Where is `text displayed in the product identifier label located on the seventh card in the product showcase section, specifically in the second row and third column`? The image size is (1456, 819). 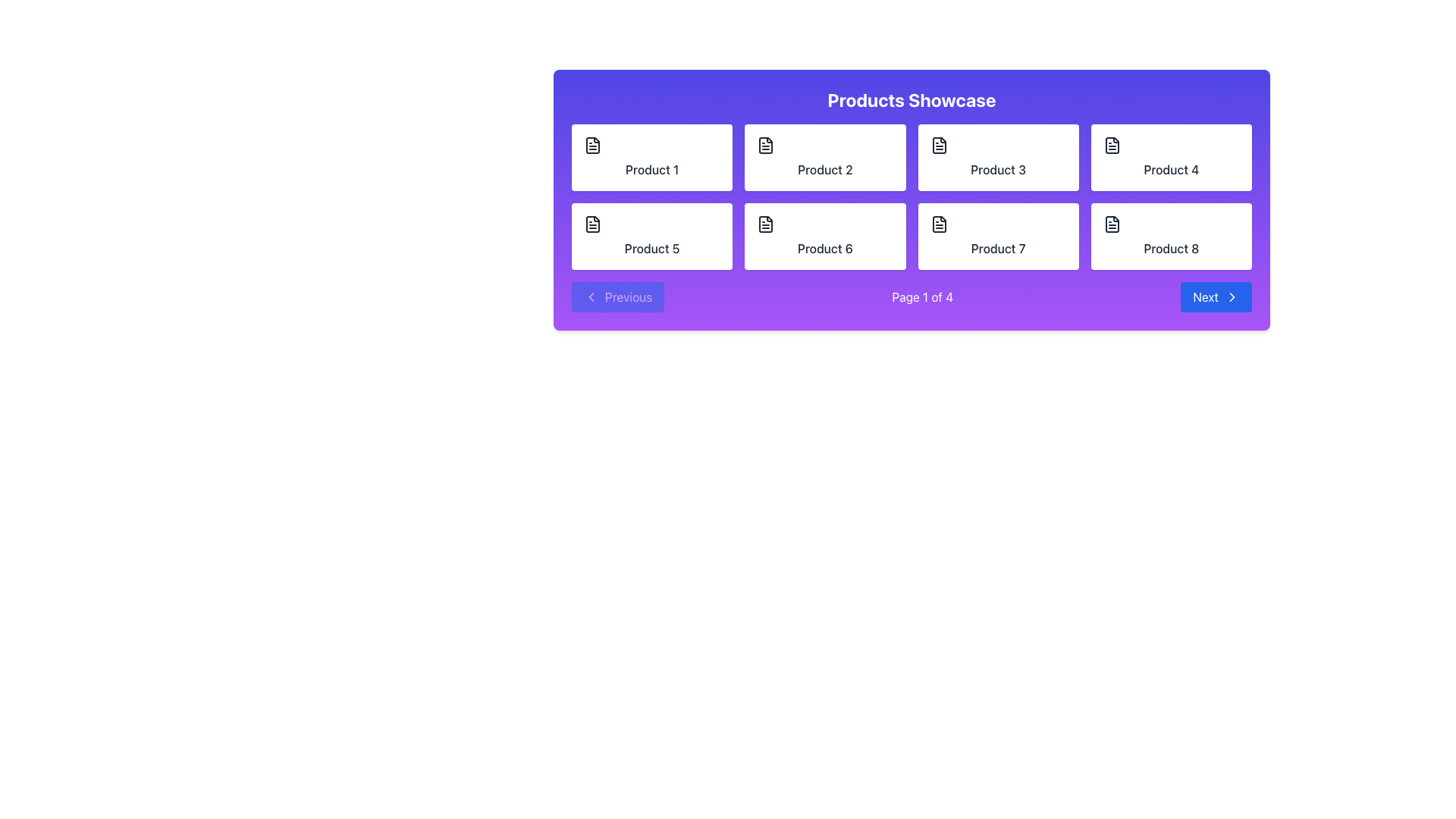
text displayed in the product identifier label located on the seventh card in the product showcase section, specifically in the second row and third column is located at coordinates (998, 247).